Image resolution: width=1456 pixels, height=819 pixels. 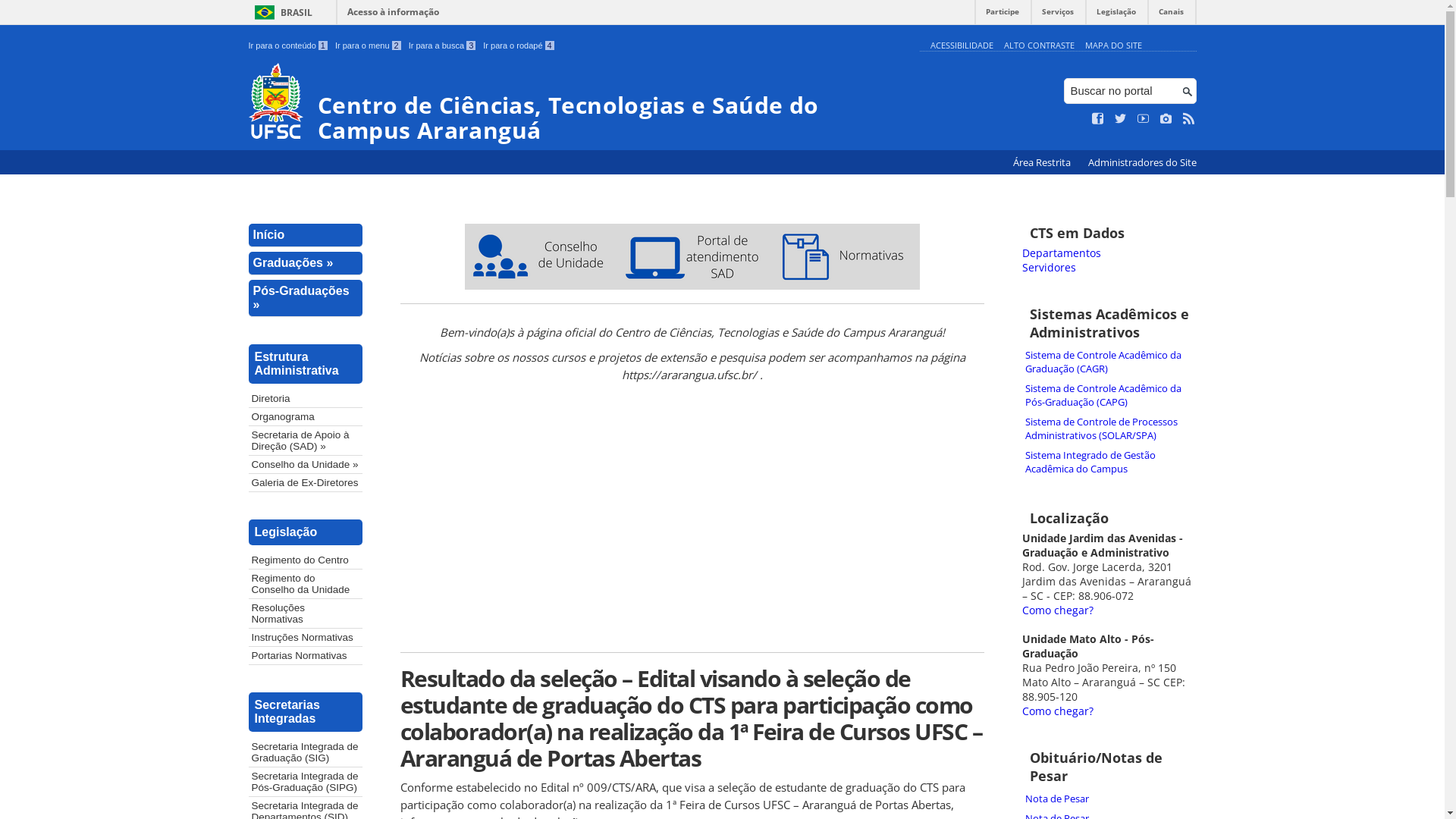 What do you see at coordinates (305, 397) in the screenshot?
I see `'Diretoria'` at bounding box center [305, 397].